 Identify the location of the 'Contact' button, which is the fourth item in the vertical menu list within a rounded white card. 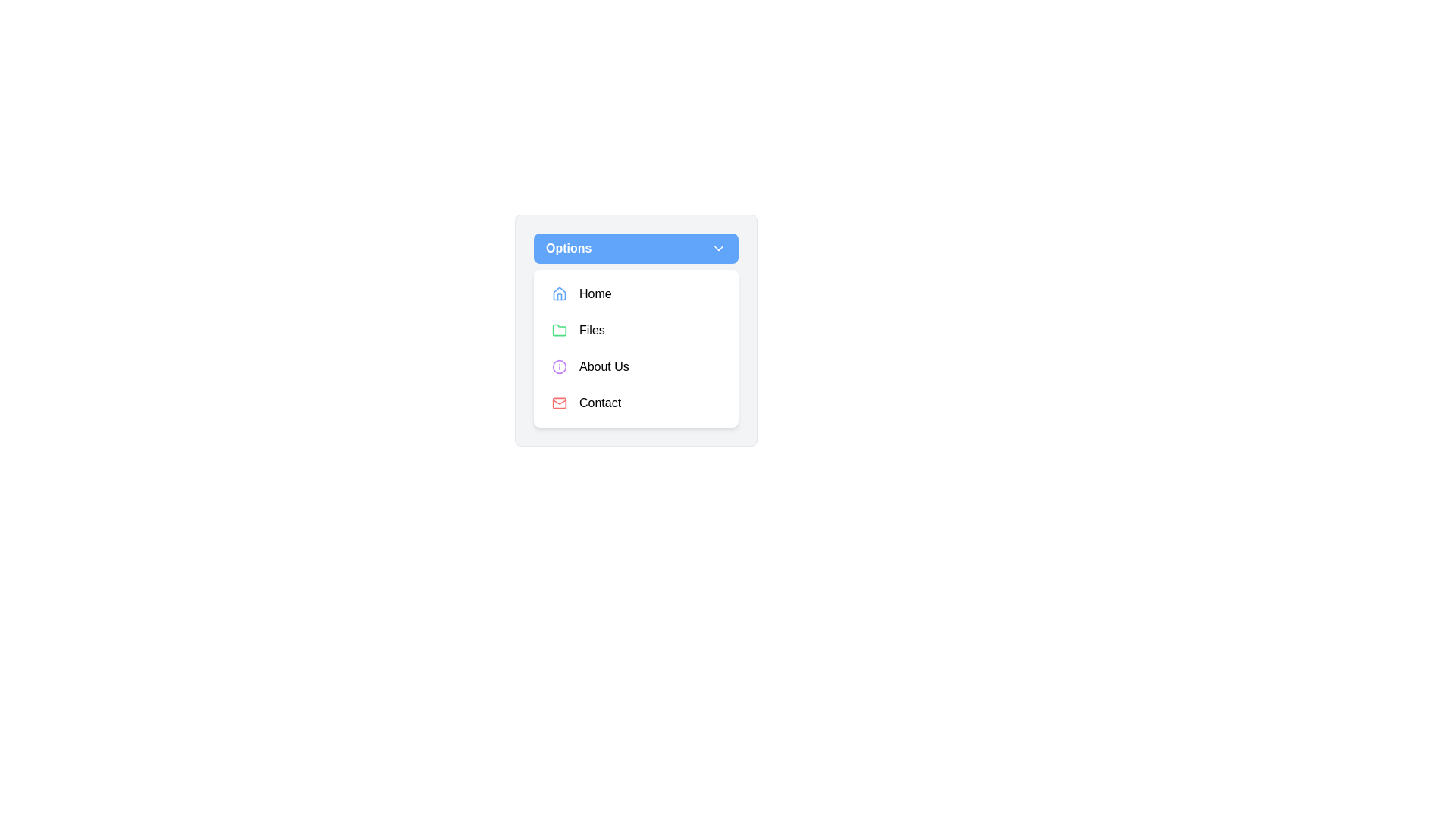
(636, 403).